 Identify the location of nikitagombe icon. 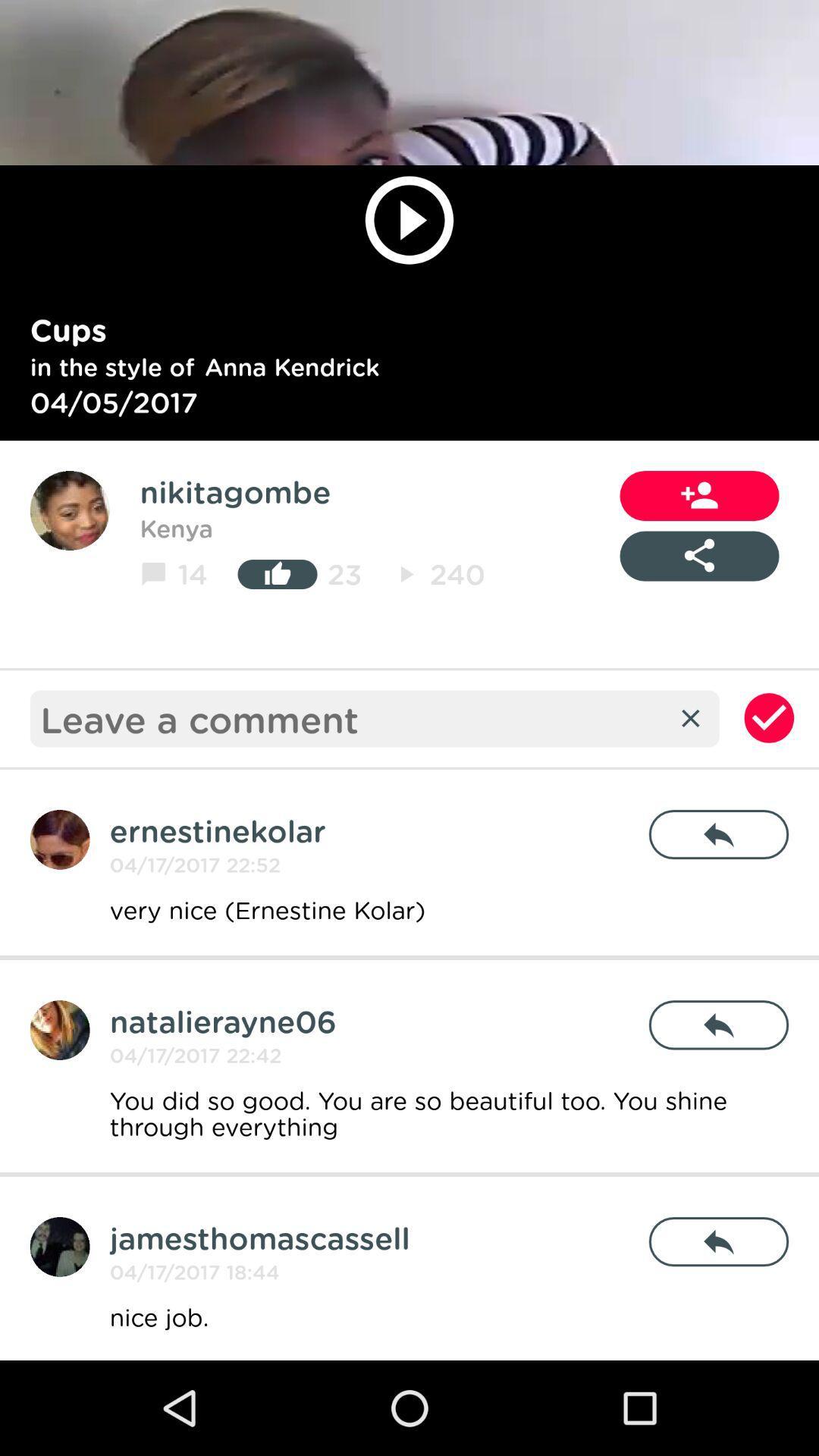
(235, 491).